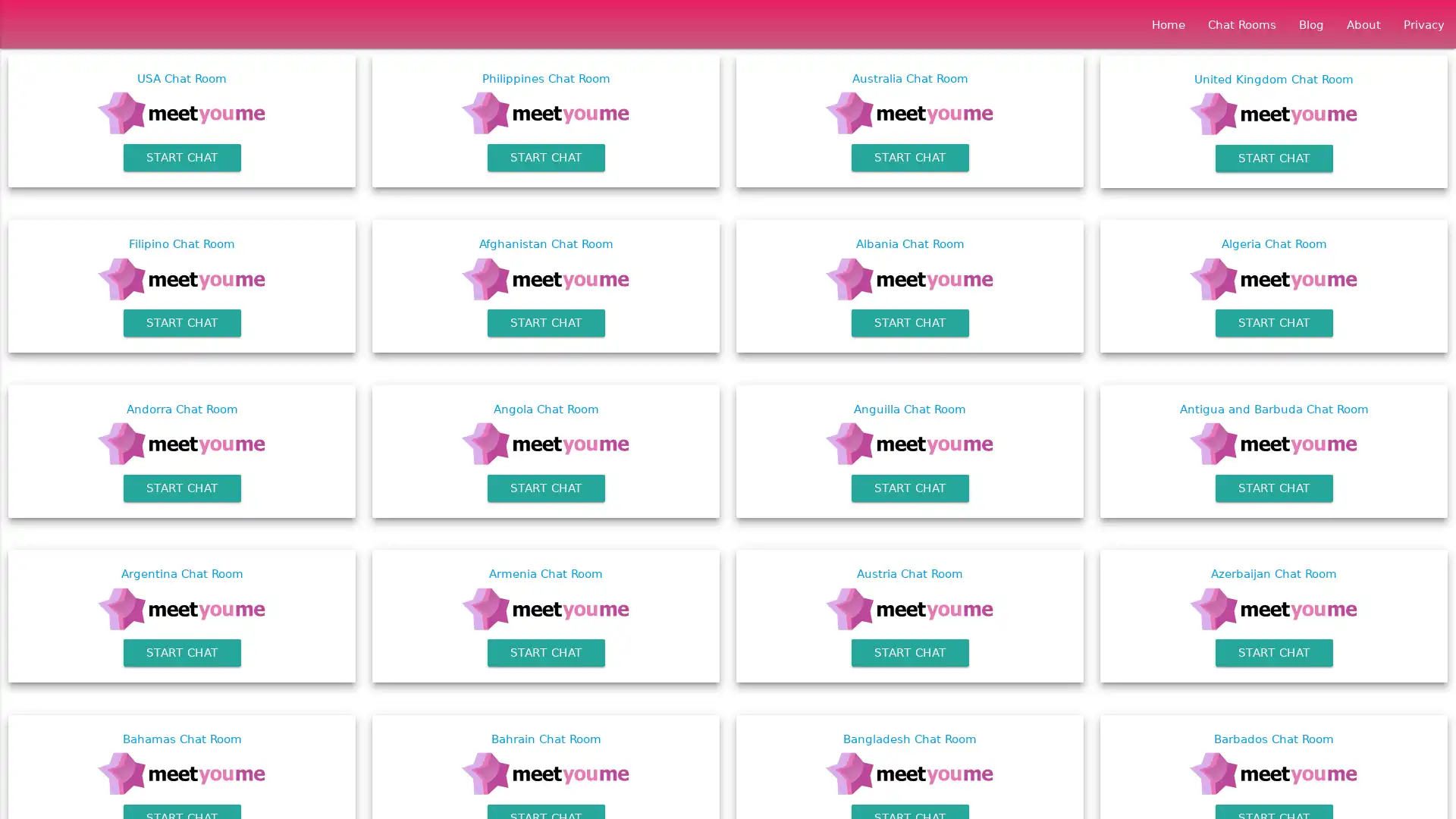 The width and height of the screenshot is (1456, 819). I want to click on START CHAT, so click(909, 488).